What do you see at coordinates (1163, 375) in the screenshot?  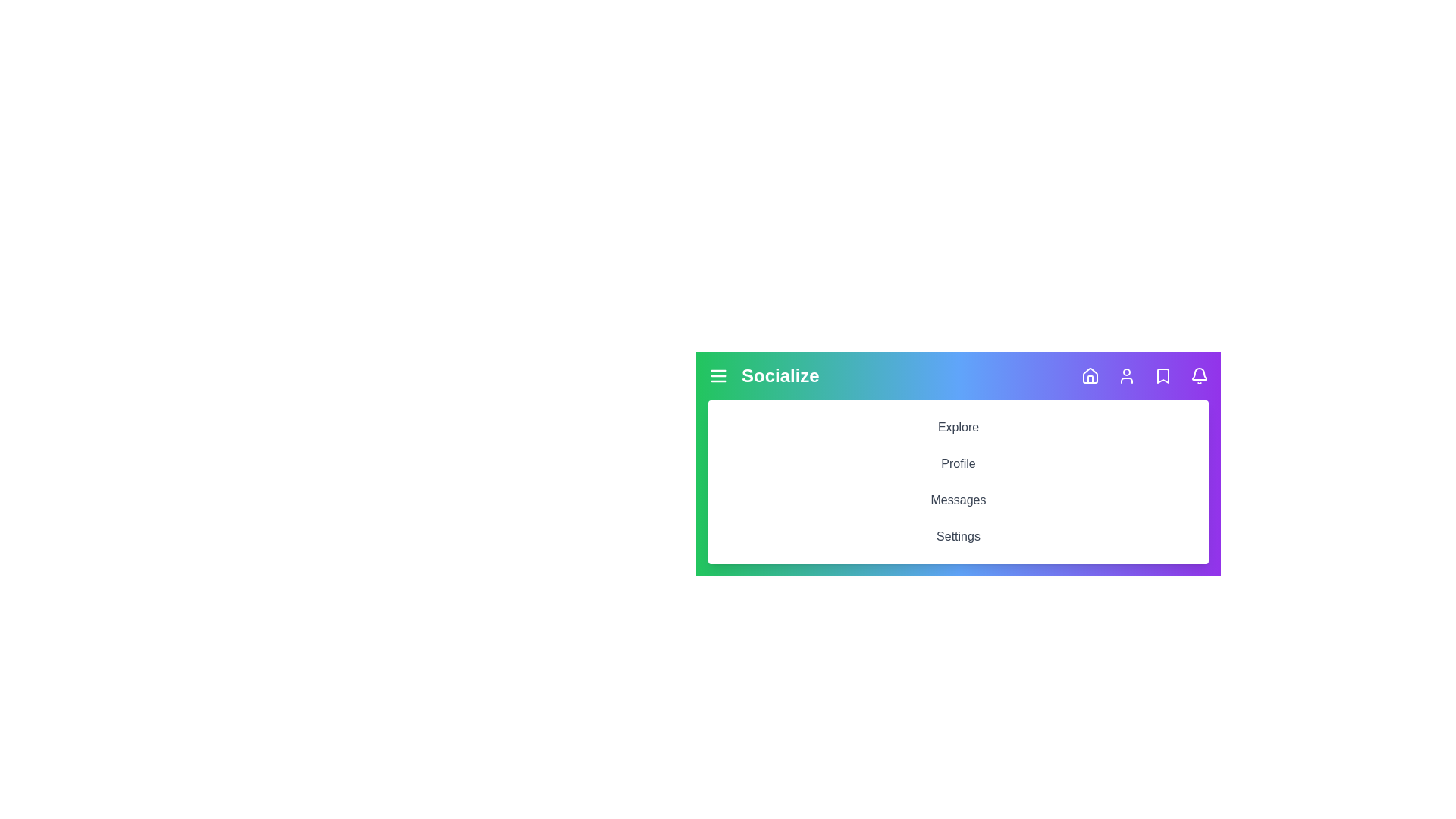 I see `the navigation bar icon to navigate to Bookmark` at bounding box center [1163, 375].